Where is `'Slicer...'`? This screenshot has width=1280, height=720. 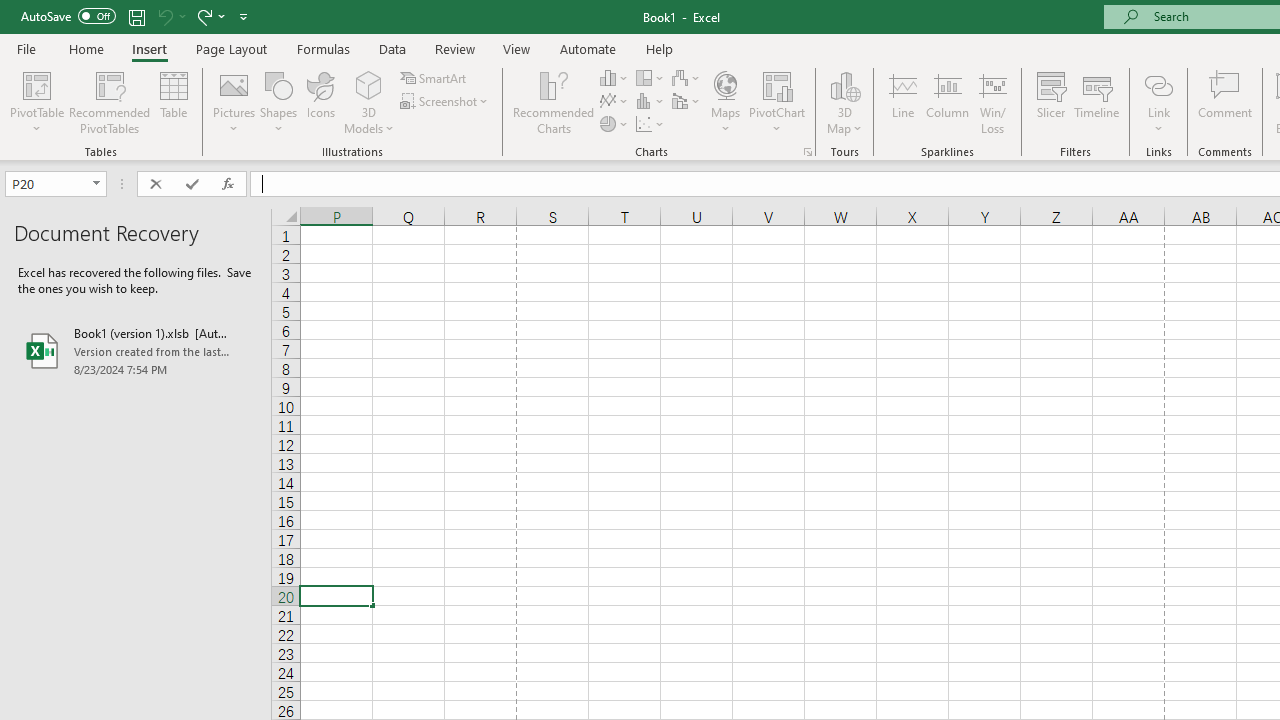
'Slicer...' is located at coordinates (1050, 103).